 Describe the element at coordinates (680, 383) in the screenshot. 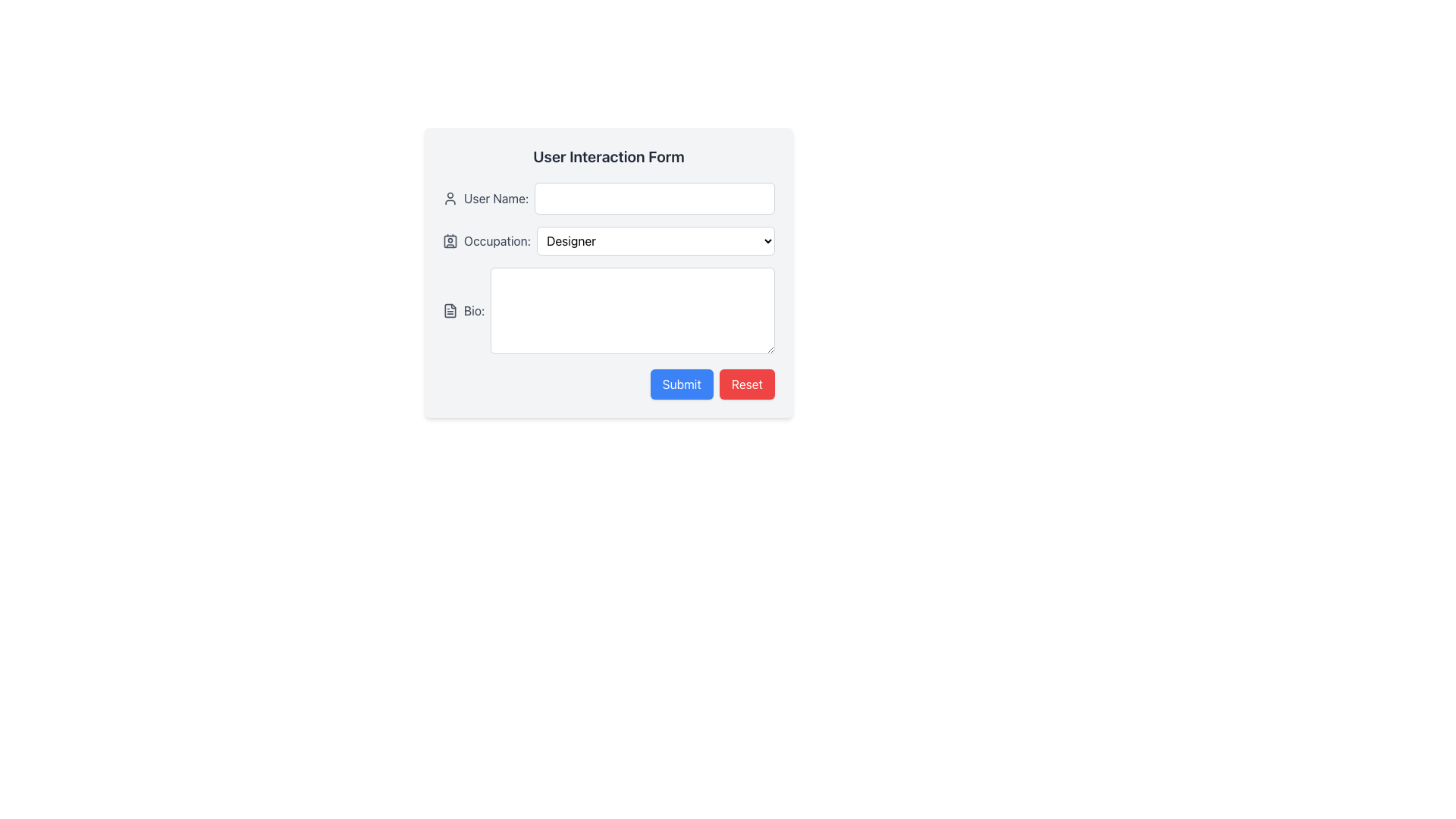

I see `the submit button located at the bottom-right of the interface, positioned to the left of the 'Reset' button` at that location.